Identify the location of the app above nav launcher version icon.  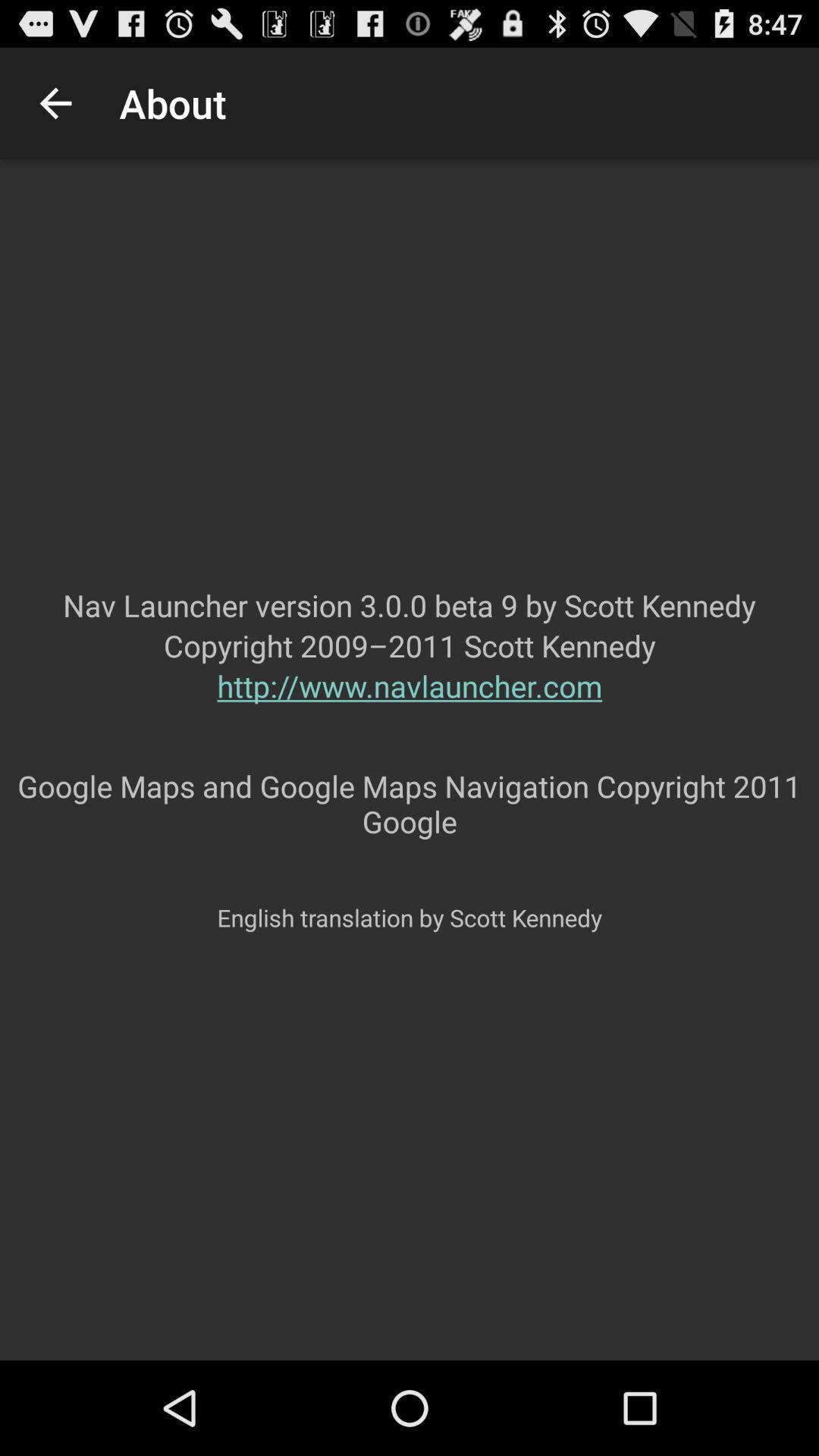
(55, 102).